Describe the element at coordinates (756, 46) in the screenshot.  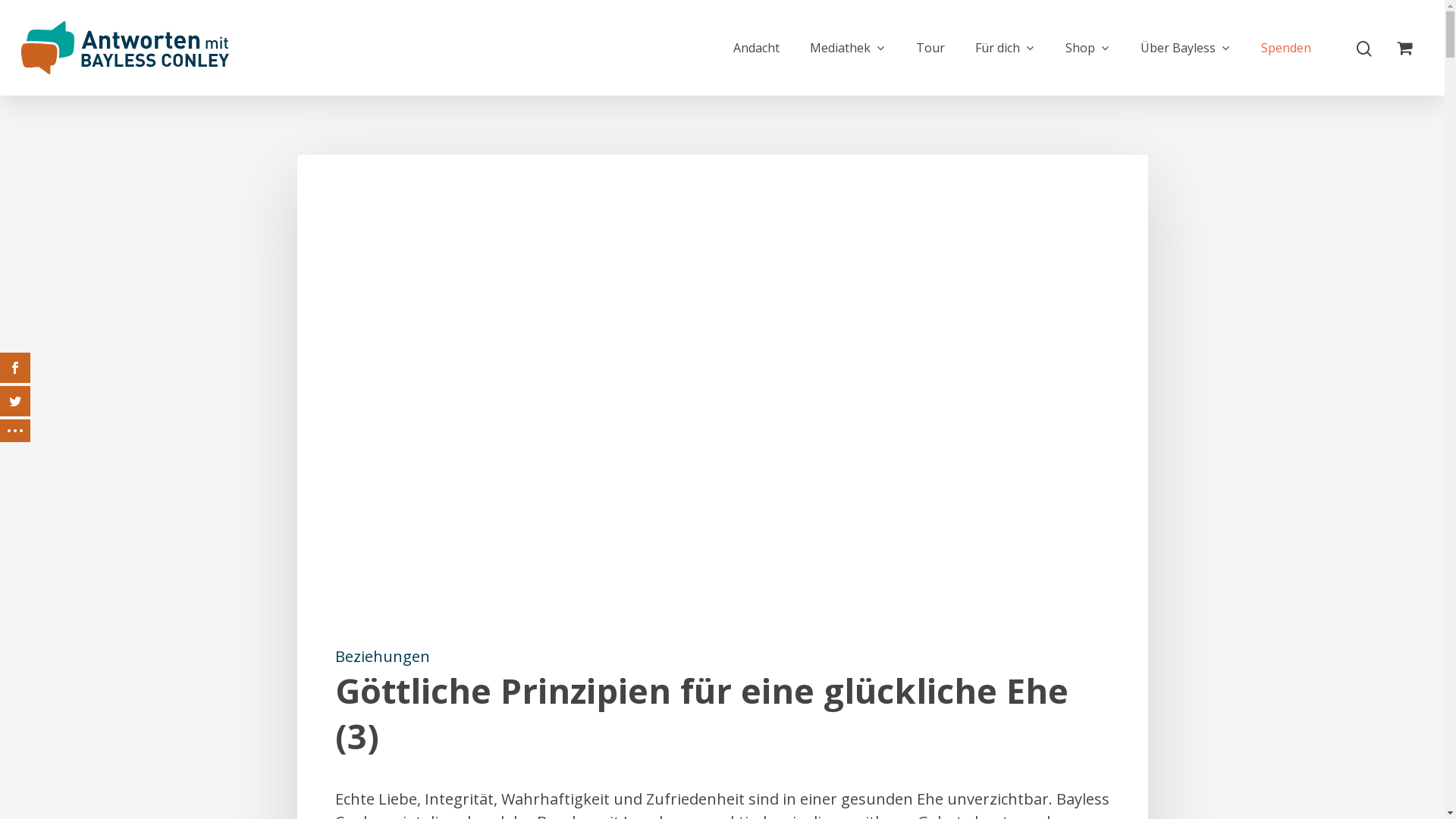
I see `'Andacht'` at that location.